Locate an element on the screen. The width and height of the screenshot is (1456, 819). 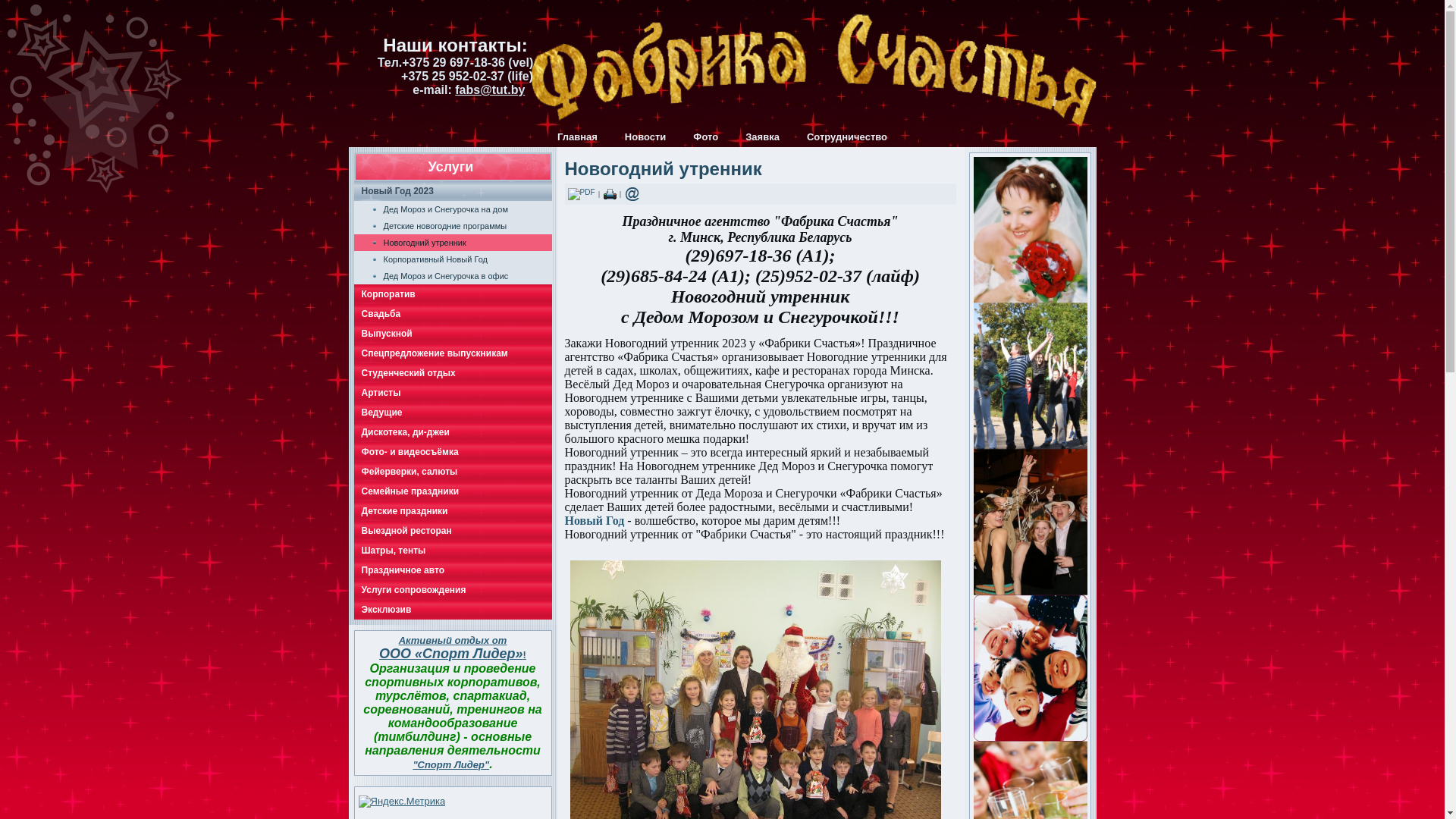
'E-mail' is located at coordinates (632, 193).